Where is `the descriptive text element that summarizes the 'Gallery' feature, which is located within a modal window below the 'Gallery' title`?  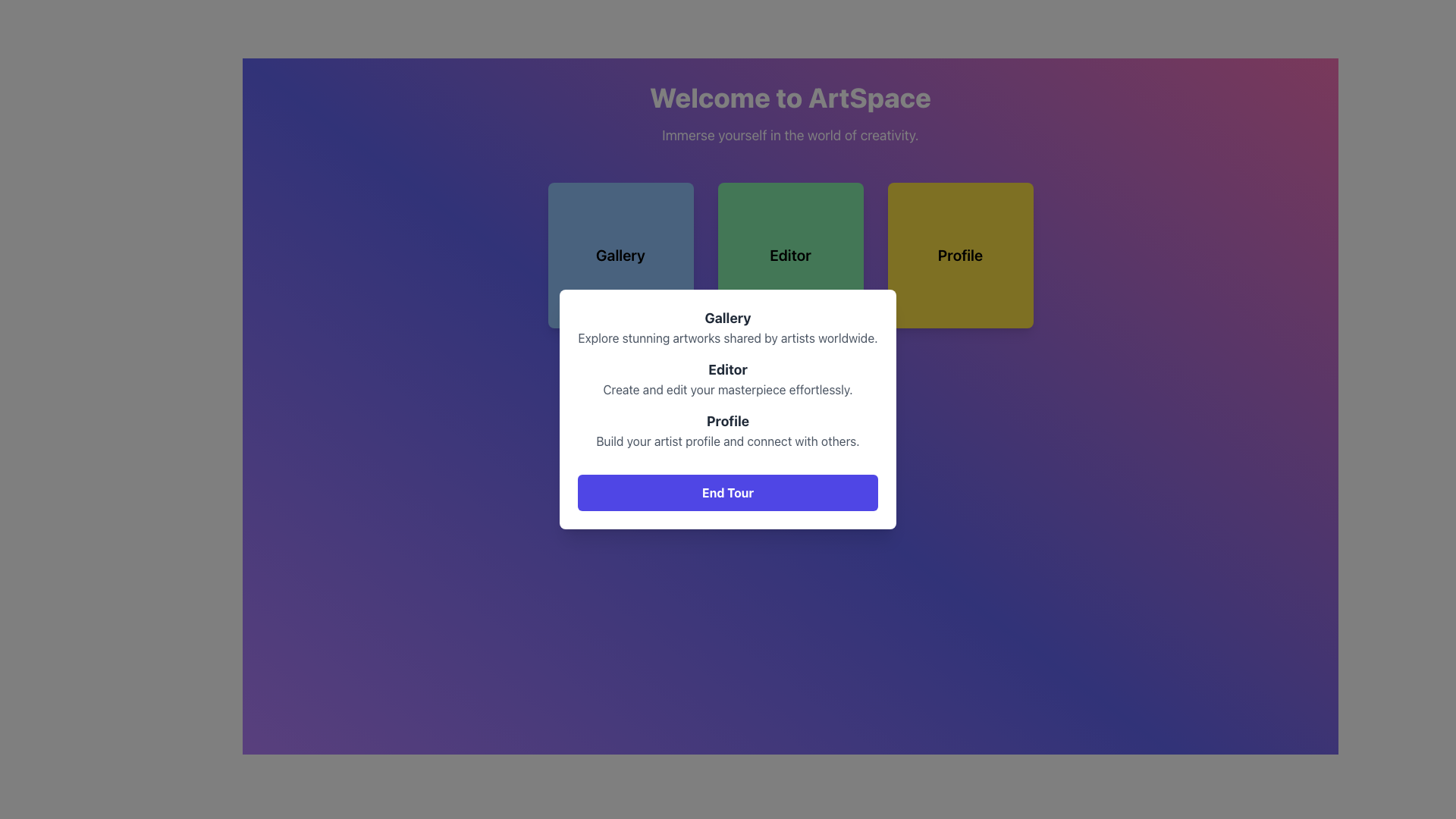 the descriptive text element that summarizes the 'Gallery' feature, which is located within a modal window below the 'Gallery' title is located at coordinates (728, 337).